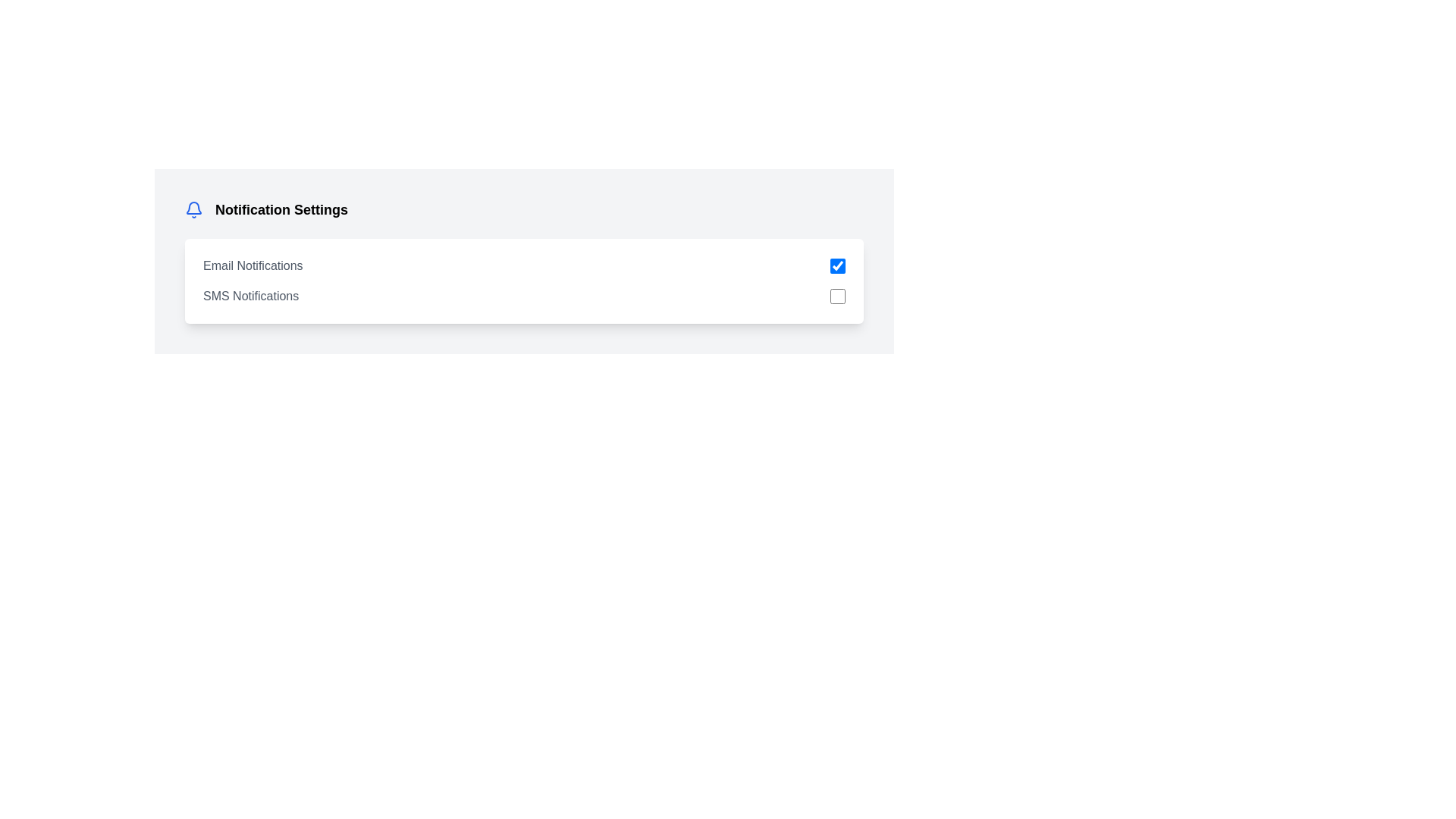  Describe the element at coordinates (836, 296) in the screenshot. I see `the SMS Notifications checkbox` at that location.